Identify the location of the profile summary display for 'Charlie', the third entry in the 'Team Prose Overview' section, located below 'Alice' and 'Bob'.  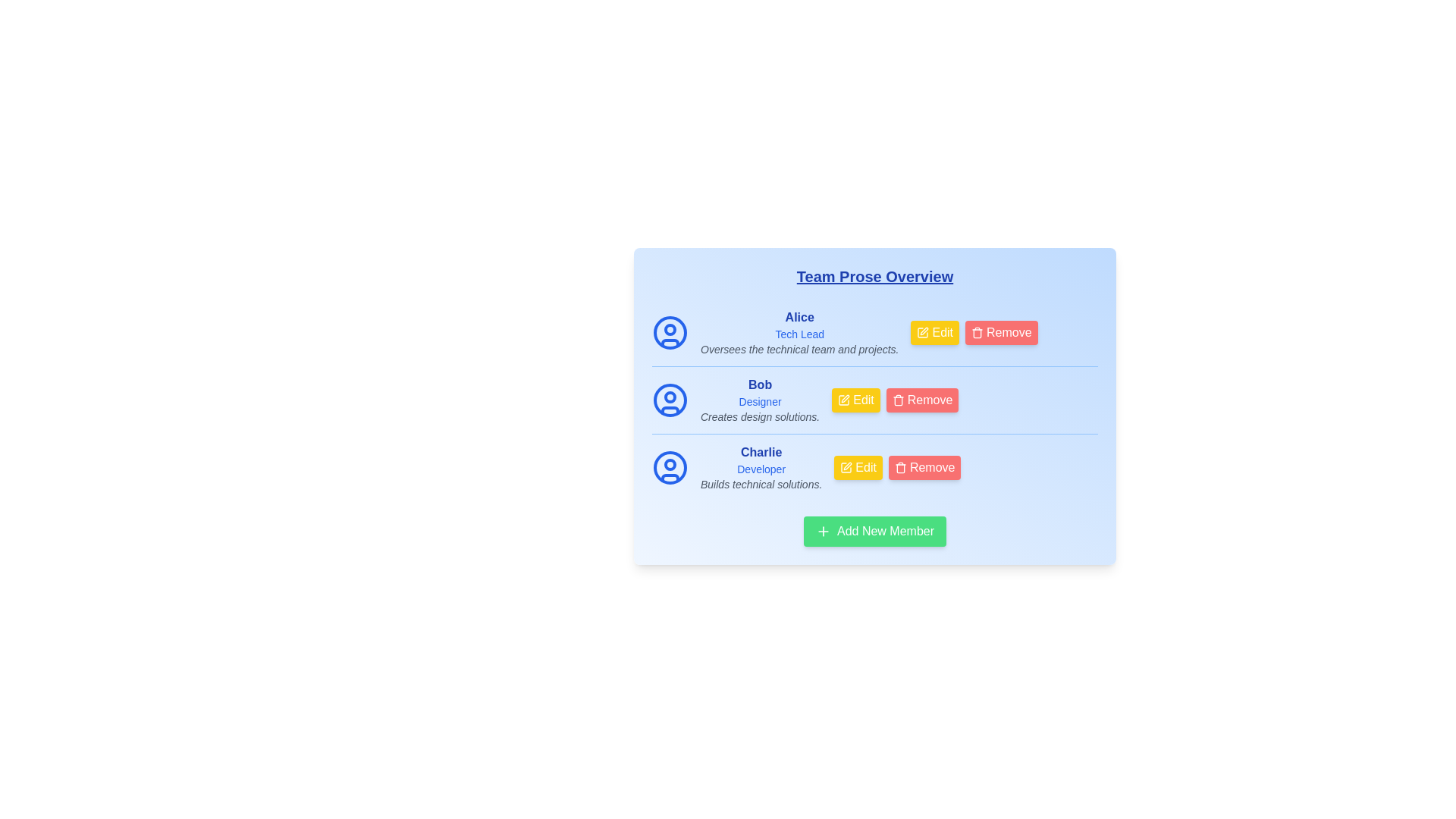
(761, 467).